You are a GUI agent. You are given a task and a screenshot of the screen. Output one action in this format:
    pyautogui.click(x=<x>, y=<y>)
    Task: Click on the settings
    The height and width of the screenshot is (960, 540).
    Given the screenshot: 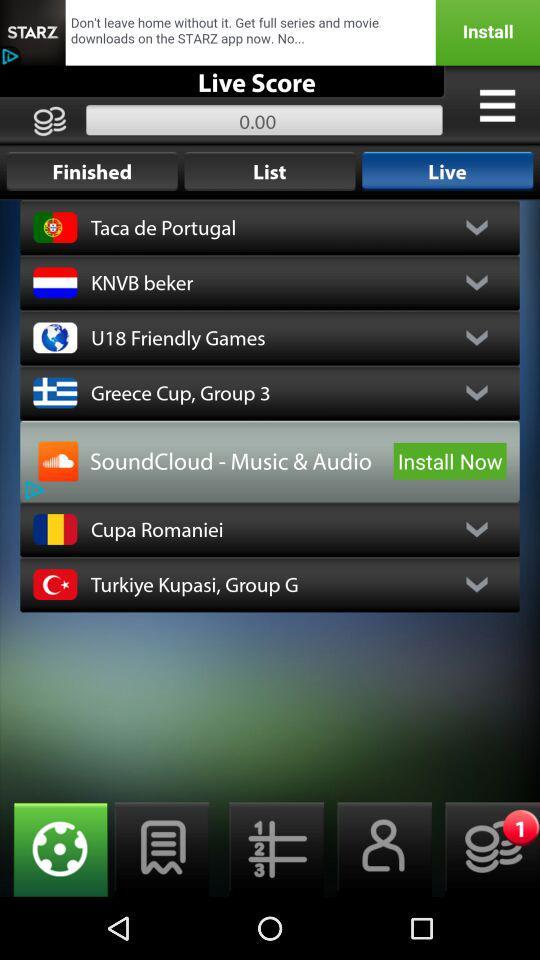 What is the action you would take?
    pyautogui.click(x=270, y=848)
    